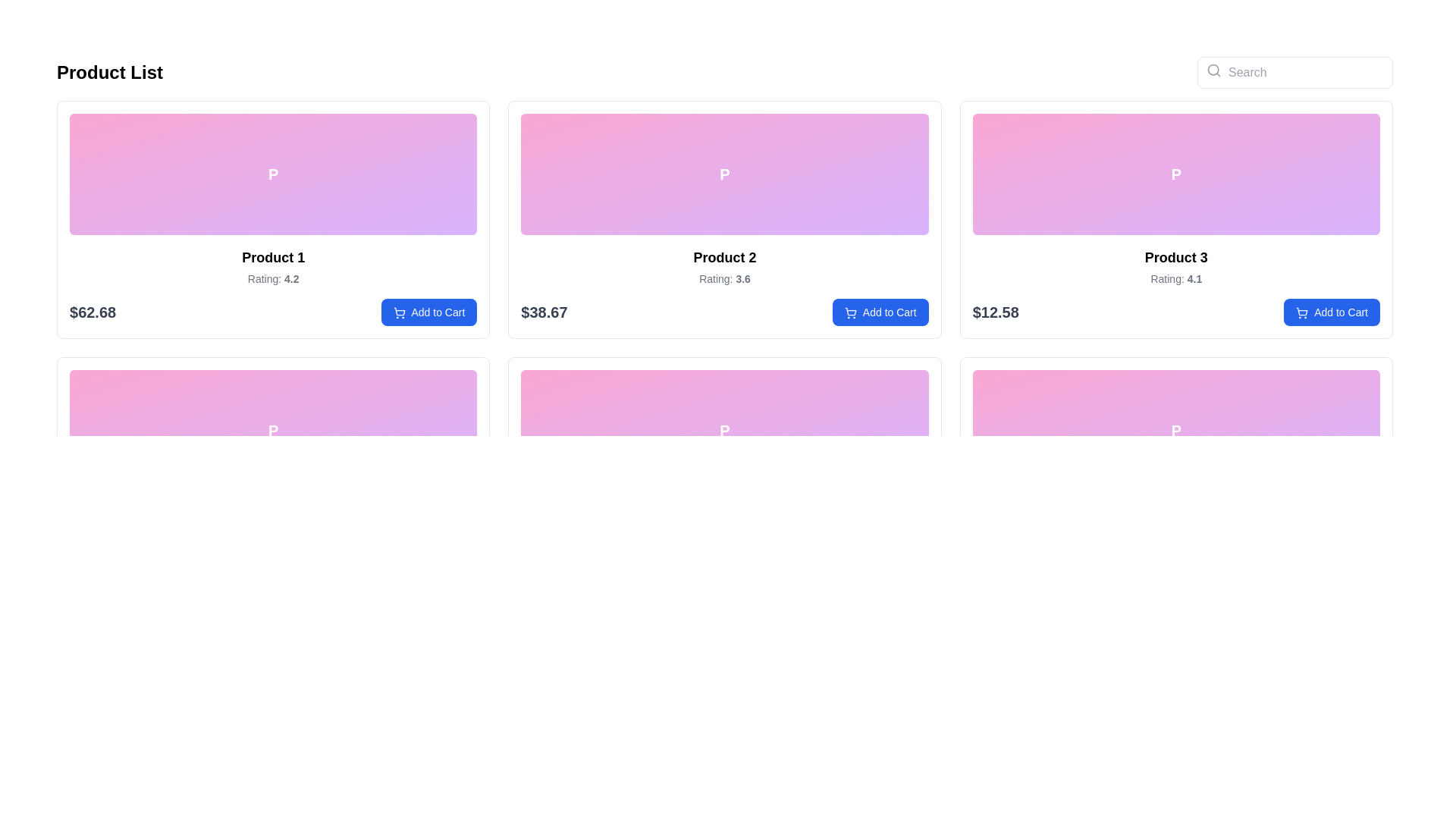 The image size is (1456, 819). What do you see at coordinates (723, 256) in the screenshot?
I see `the static text label displaying 'Product 2', which is centered below the gradient image and above the rating text 'Rating: 3.6'` at bounding box center [723, 256].